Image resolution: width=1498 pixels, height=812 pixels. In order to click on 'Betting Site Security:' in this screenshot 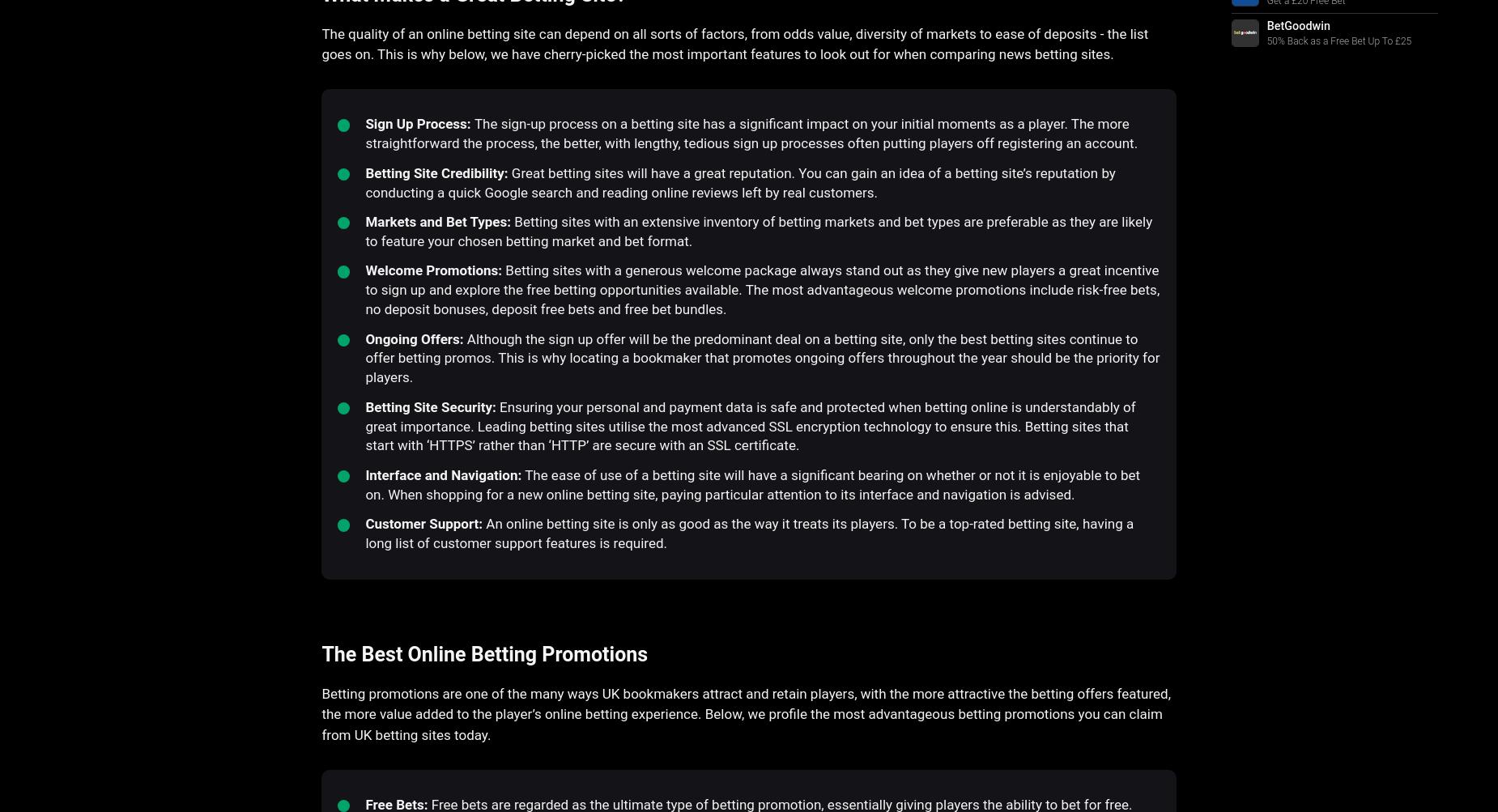, I will do `click(430, 406)`.